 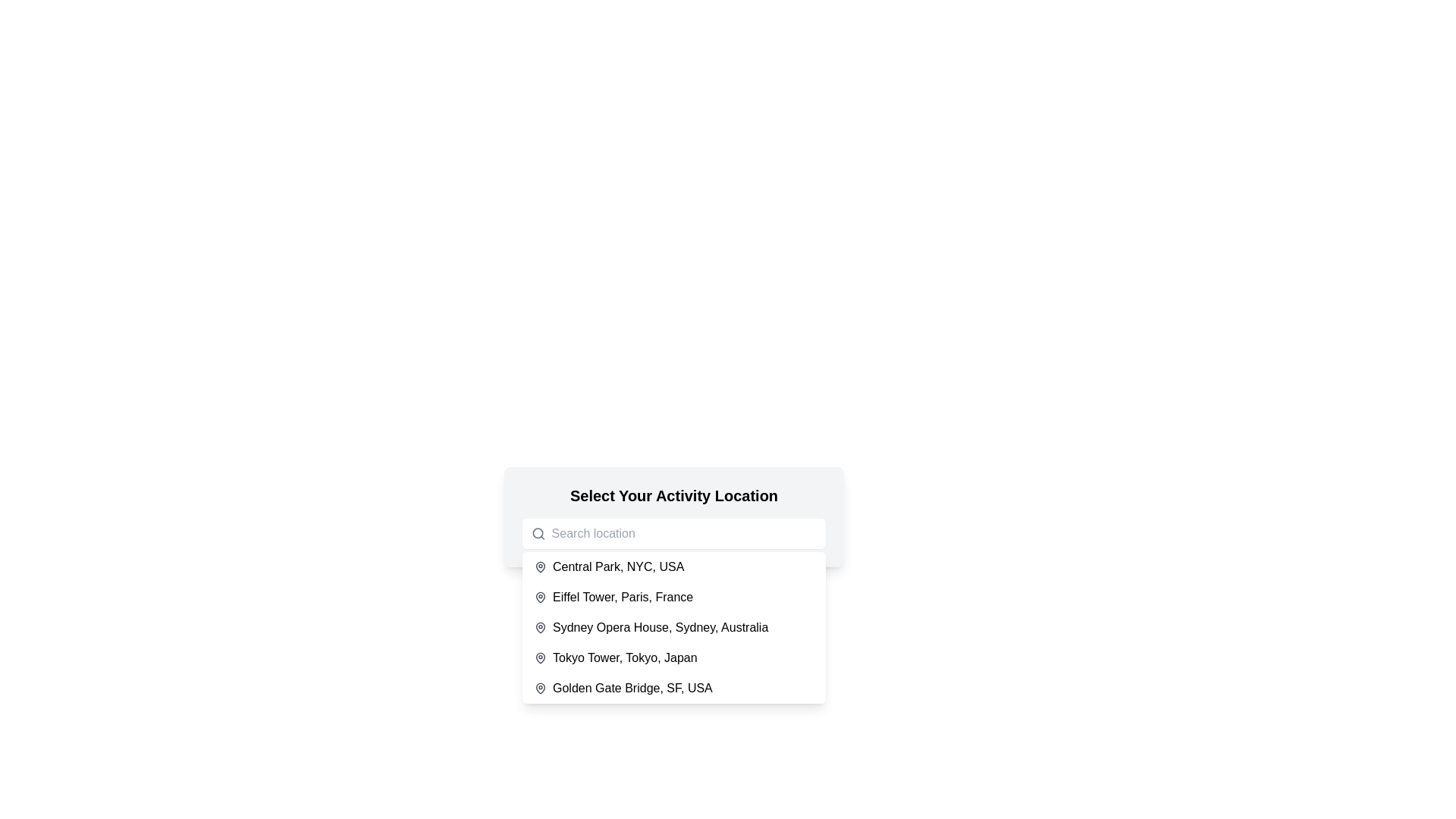 What do you see at coordinates (541, 566) in the screenshot?
I see `the map pin icon indicating 'Central Park, NYC, USA' located in the dropdown menu under the 'Search location' input field` at bounding box center [541, 566].